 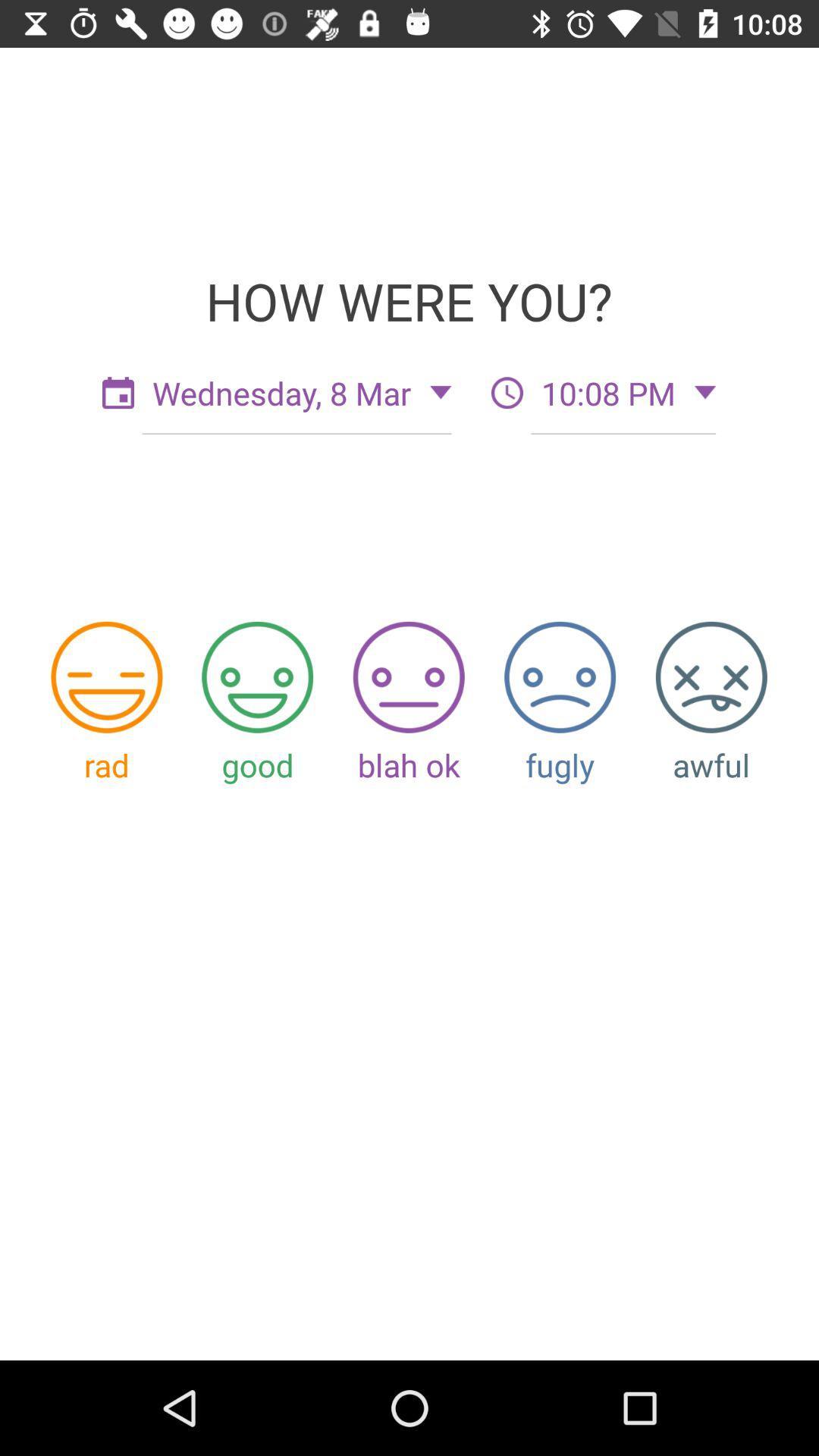 I want to click on the button is used to calender, so click(x=117, y=393).